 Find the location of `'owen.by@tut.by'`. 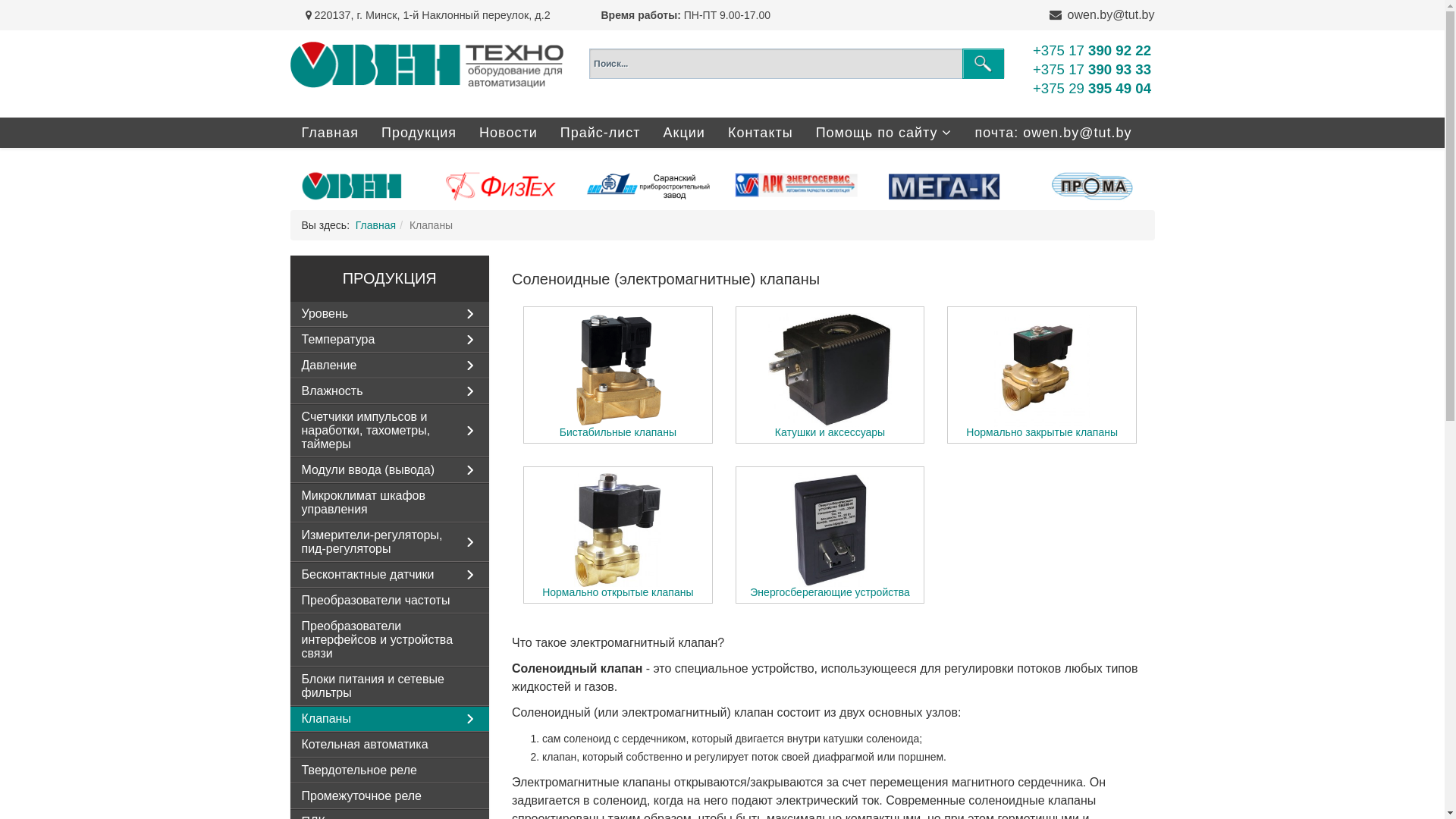

'owen.by@tut.by' is located at coordinates (1111, 14).